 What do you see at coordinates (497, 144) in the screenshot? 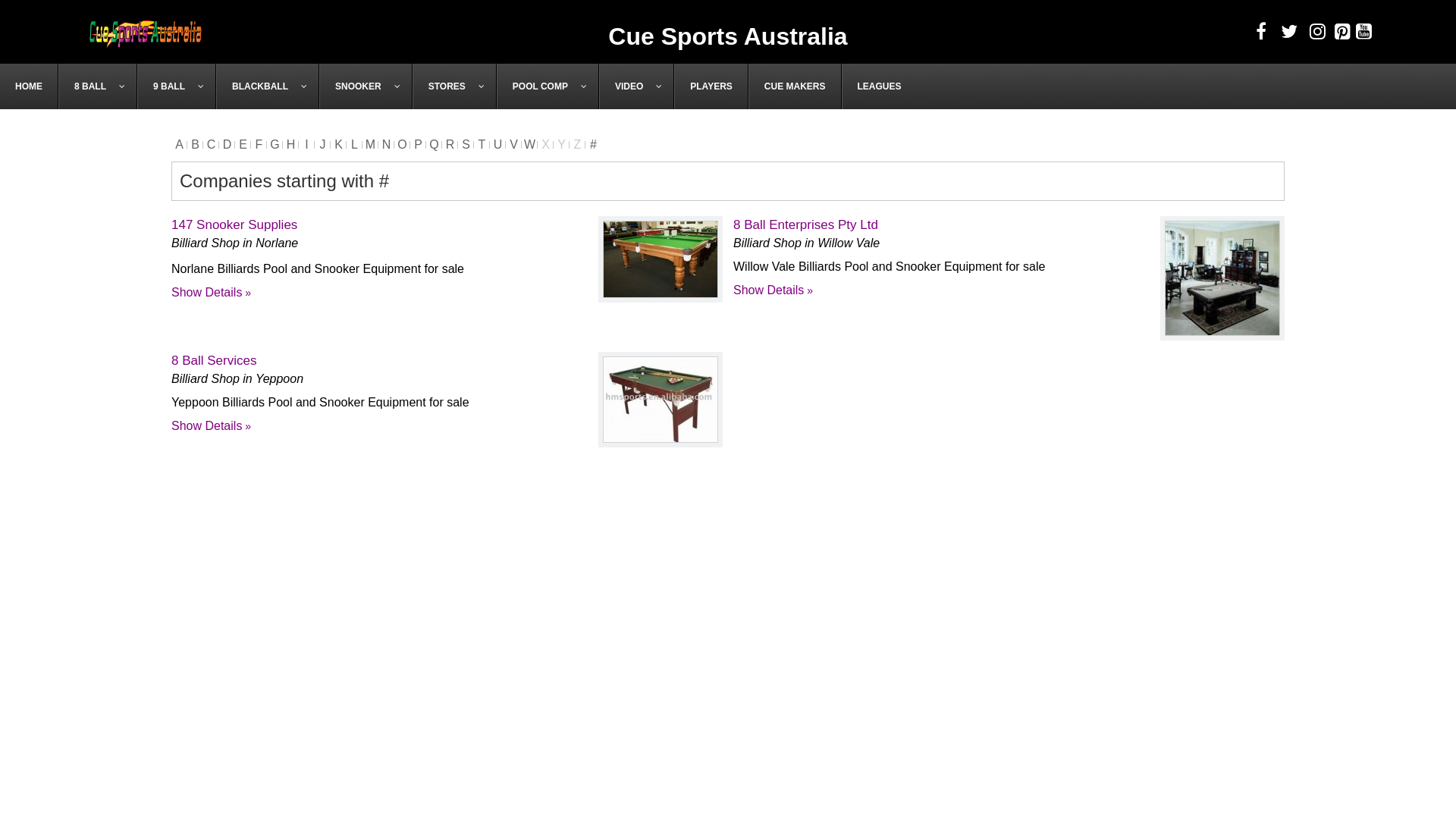
I see `'U'` at bounding box center [497, 144].